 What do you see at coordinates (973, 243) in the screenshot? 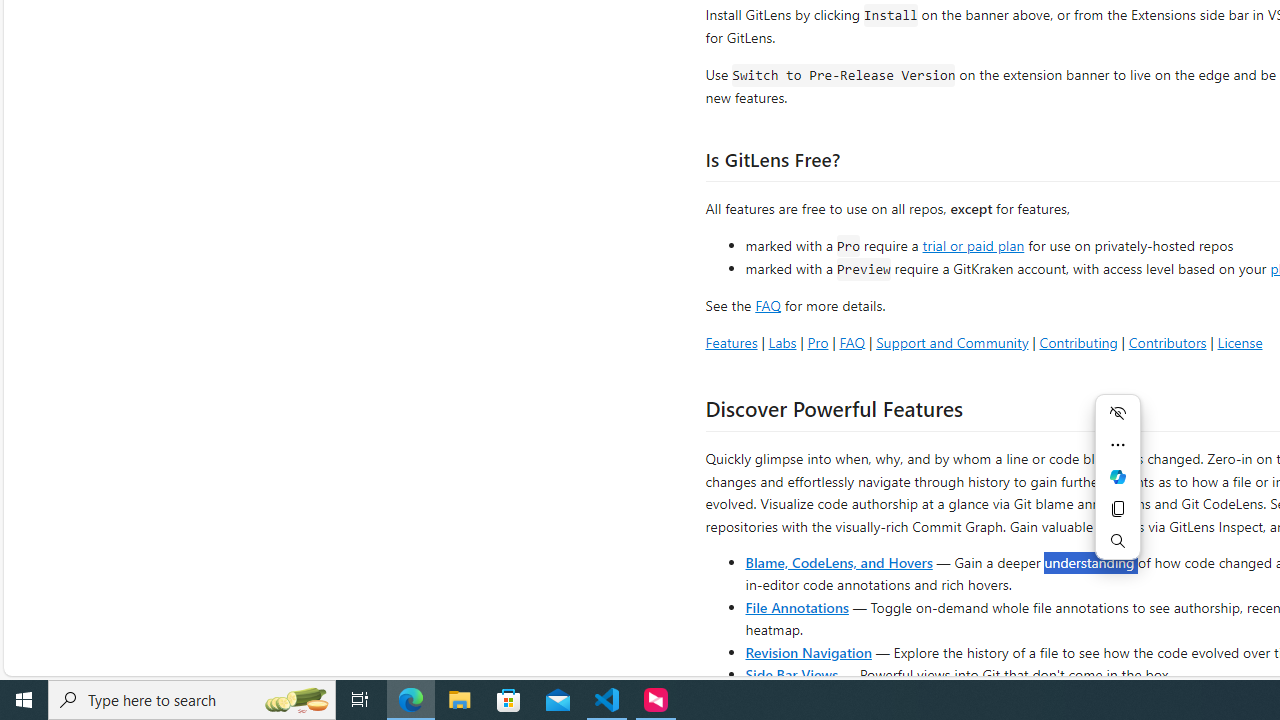
I see `'trial or paid plan'` at bounding box center [973, 243].